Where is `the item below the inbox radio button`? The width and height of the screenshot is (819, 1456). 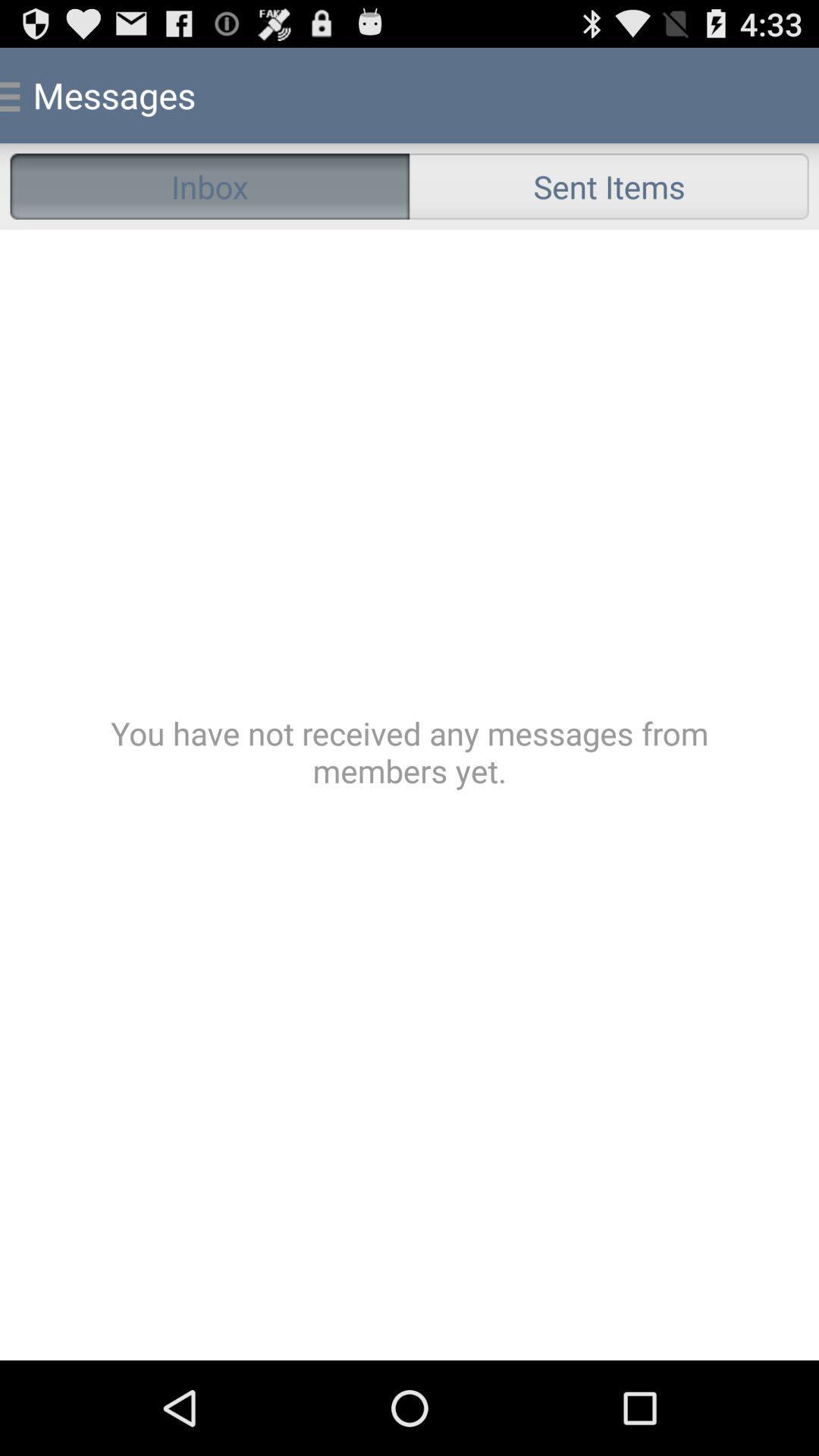
the item below the inbox radio button is located at coordinates (409, 794).